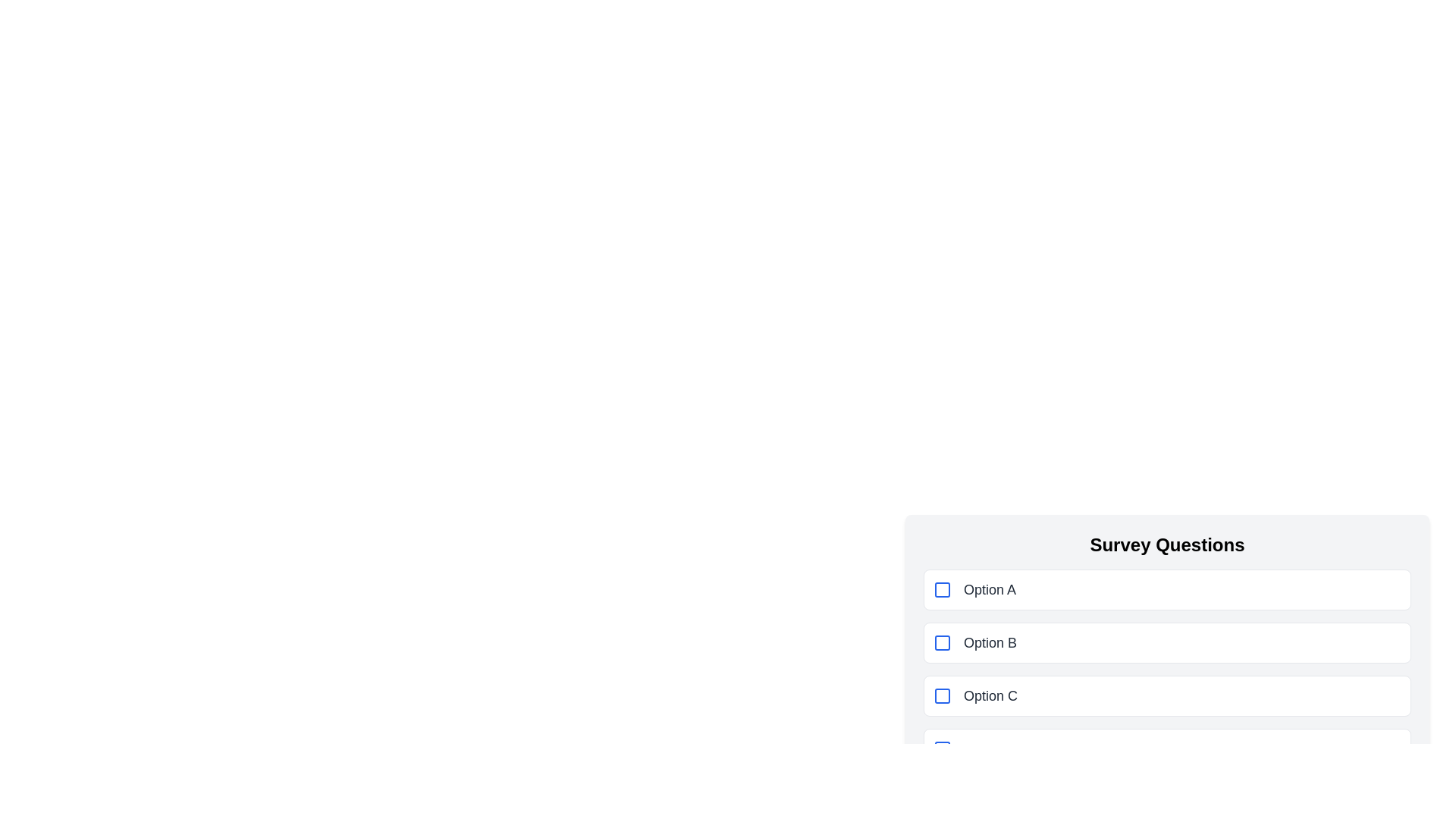  What do you see at coordinates (1166, 589) in the screenshot?
I see `the first selectable option labeled 'Option A' in the survey list for interaction hint` at bounding box center [1166, 589].